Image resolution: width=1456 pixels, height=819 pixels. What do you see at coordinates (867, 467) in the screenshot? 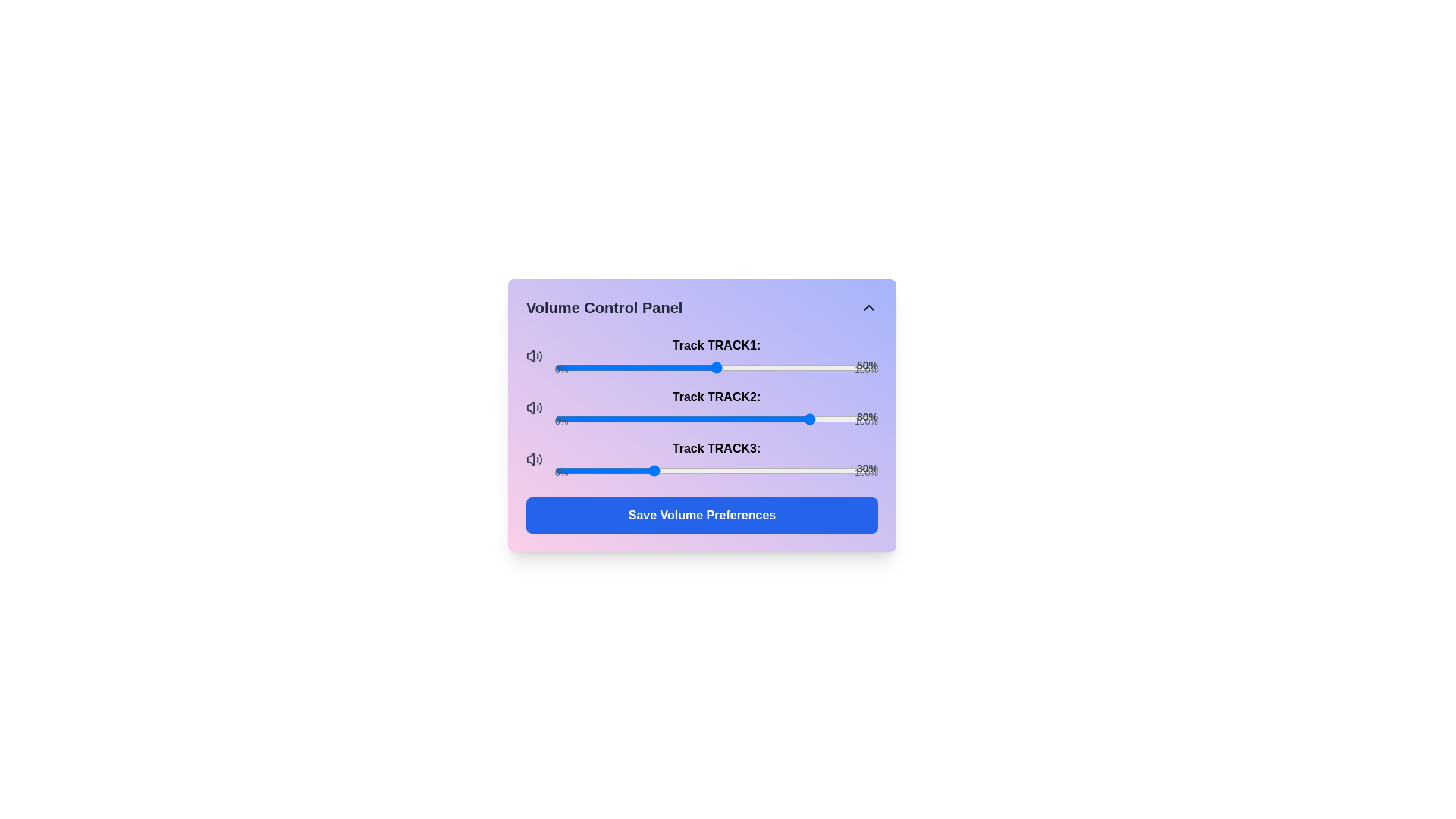
I see `the Text Label that displays the current percentage value (30%) for the slider associated with 'Track TRACK3:', located at the far right end of the slider, above the 'Save Volume Preferences' button` at bounding box center [867, 467].